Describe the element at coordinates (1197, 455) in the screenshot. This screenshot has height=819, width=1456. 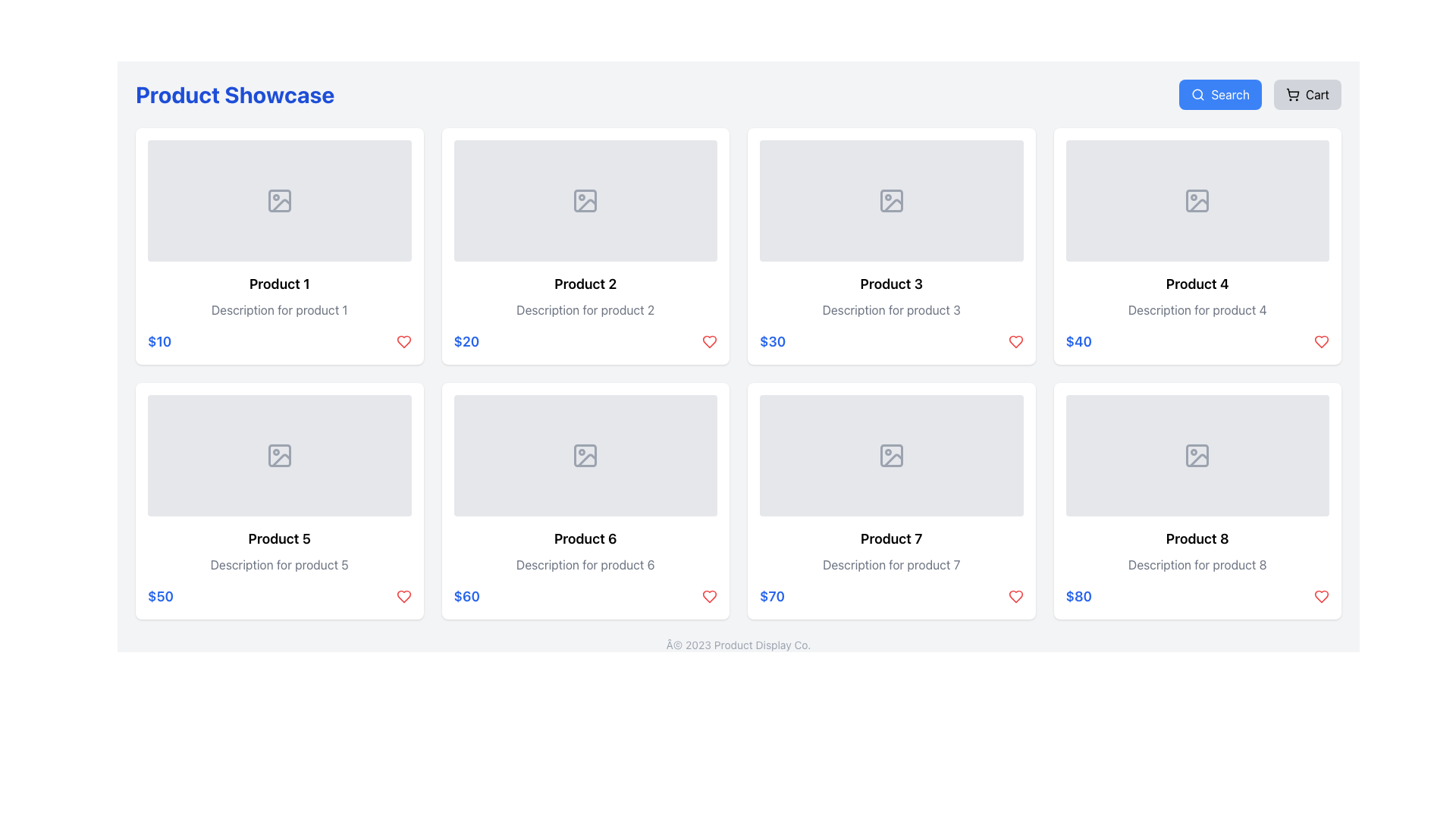
I see `the decorative graphical SVG component that indicates the absence of a product image, located in the top-center region of the eighth product card in the grid layout` at that location.